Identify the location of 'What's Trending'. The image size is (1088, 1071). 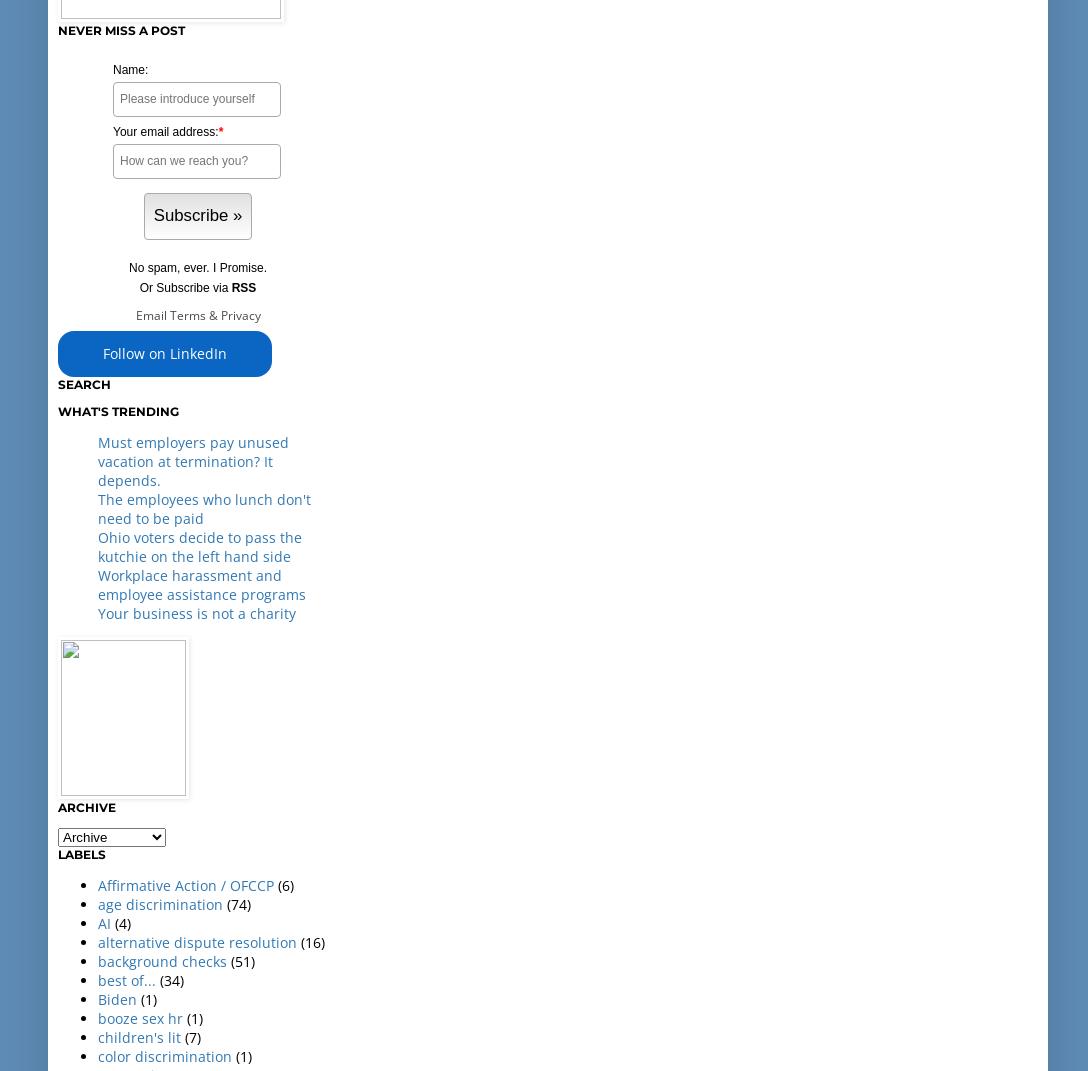
(118, 410).